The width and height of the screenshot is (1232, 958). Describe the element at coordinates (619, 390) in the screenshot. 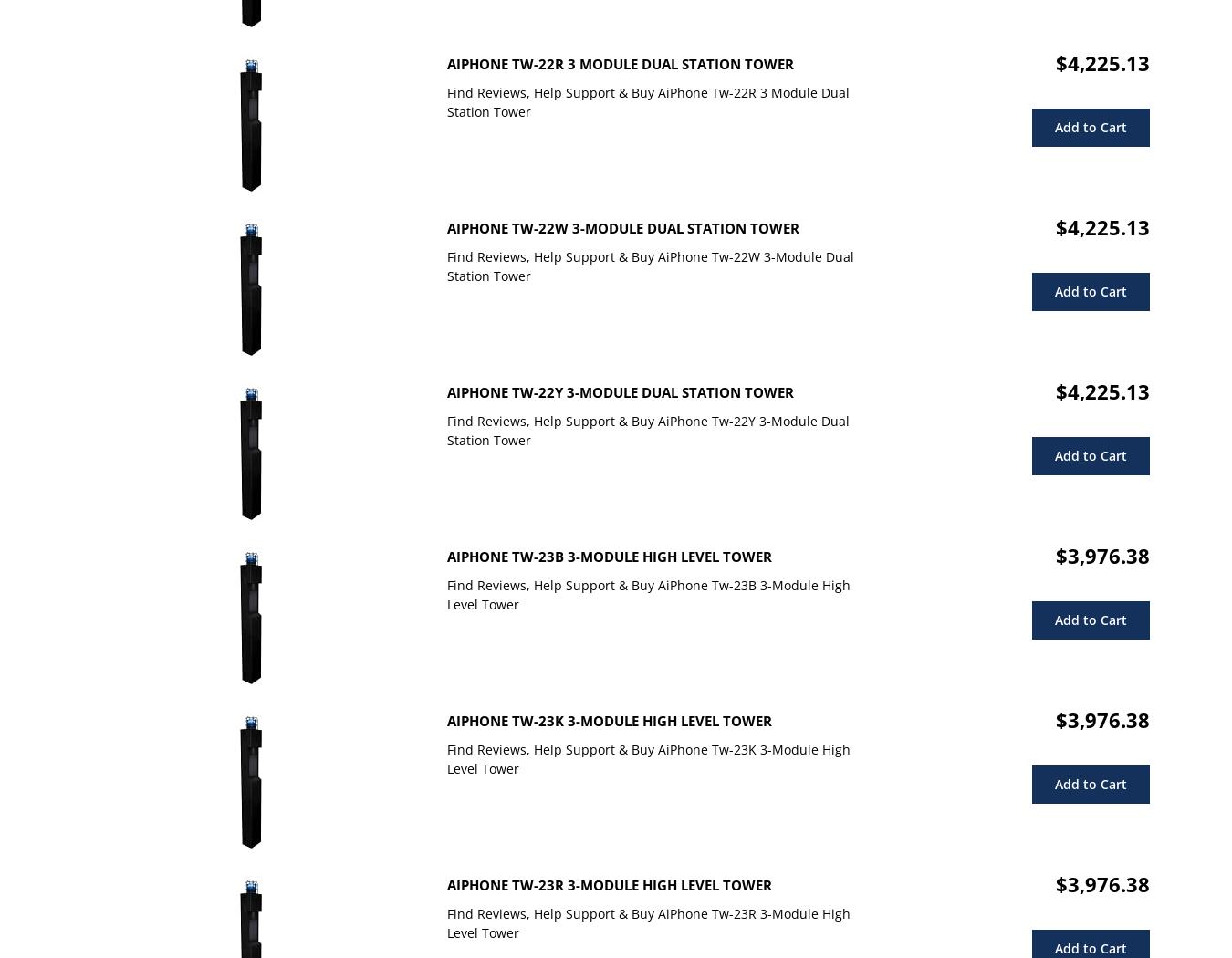

I see `'AiPhone Tw-22Y 3-Module Dual Station Tower'` at that location.